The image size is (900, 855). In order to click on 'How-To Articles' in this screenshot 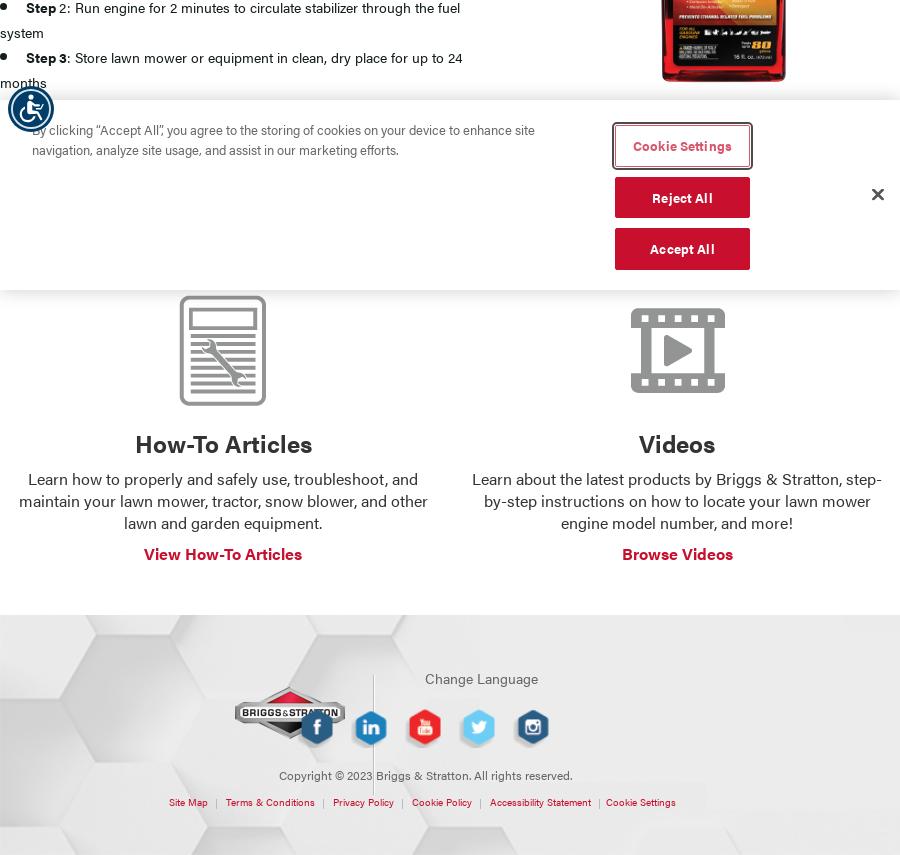, I will do `click(222, 441)`.